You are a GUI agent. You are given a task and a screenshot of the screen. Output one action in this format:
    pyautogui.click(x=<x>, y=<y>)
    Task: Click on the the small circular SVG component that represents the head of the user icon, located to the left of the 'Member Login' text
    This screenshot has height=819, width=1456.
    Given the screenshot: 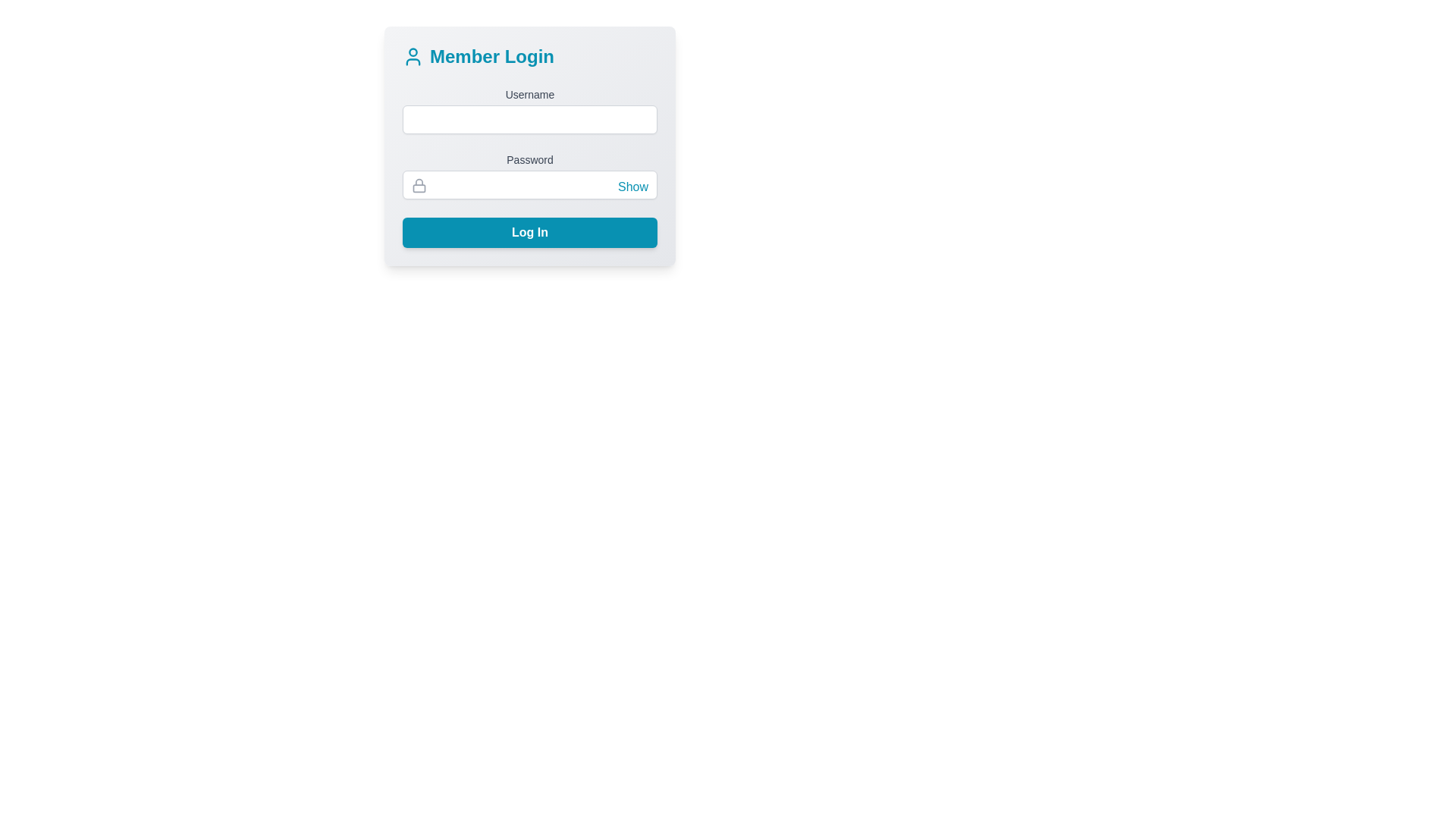 What is the action you would take?
    pyautogui.click(x=413, y=52)
    